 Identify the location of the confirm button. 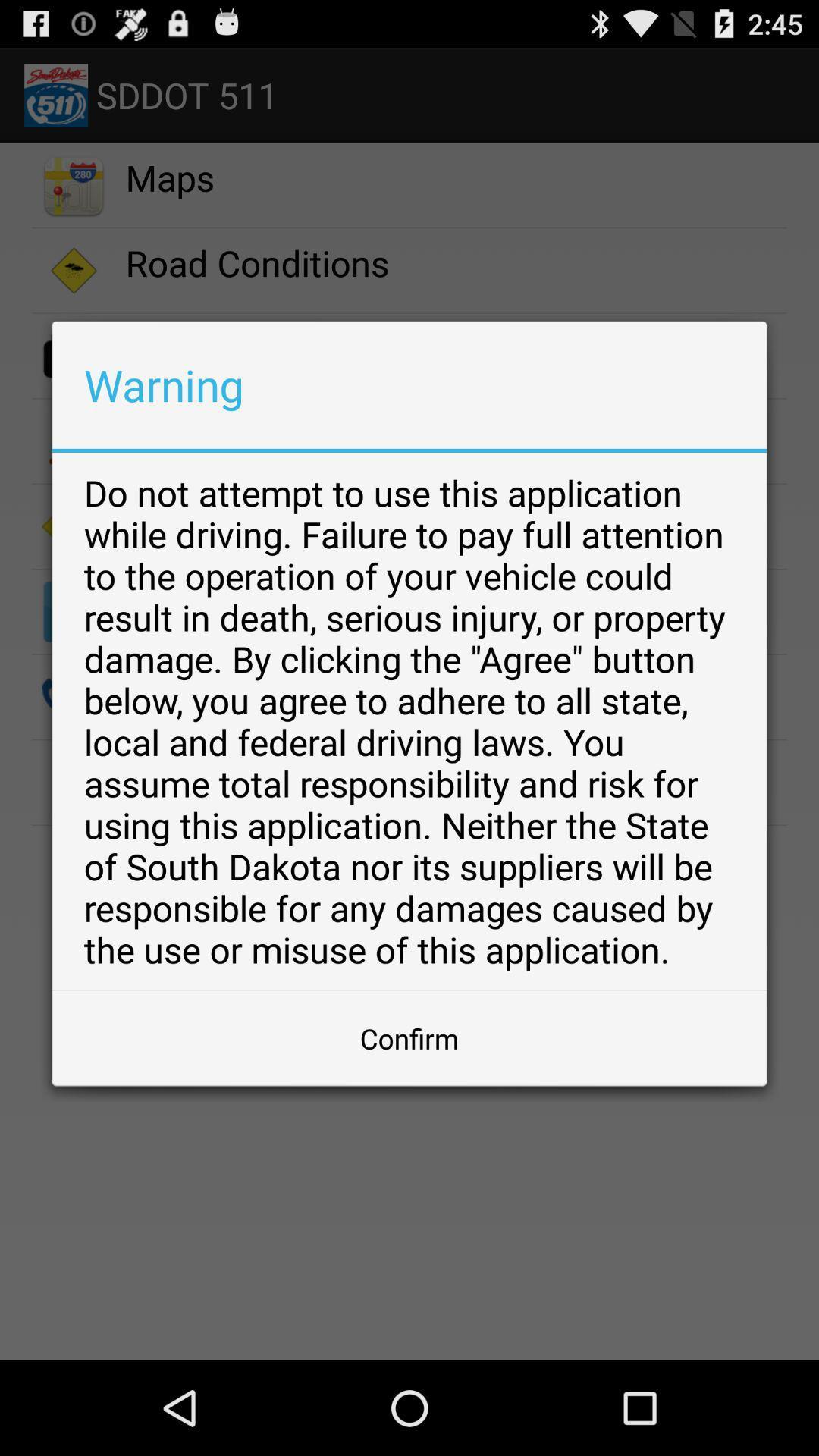
(409, 1037).